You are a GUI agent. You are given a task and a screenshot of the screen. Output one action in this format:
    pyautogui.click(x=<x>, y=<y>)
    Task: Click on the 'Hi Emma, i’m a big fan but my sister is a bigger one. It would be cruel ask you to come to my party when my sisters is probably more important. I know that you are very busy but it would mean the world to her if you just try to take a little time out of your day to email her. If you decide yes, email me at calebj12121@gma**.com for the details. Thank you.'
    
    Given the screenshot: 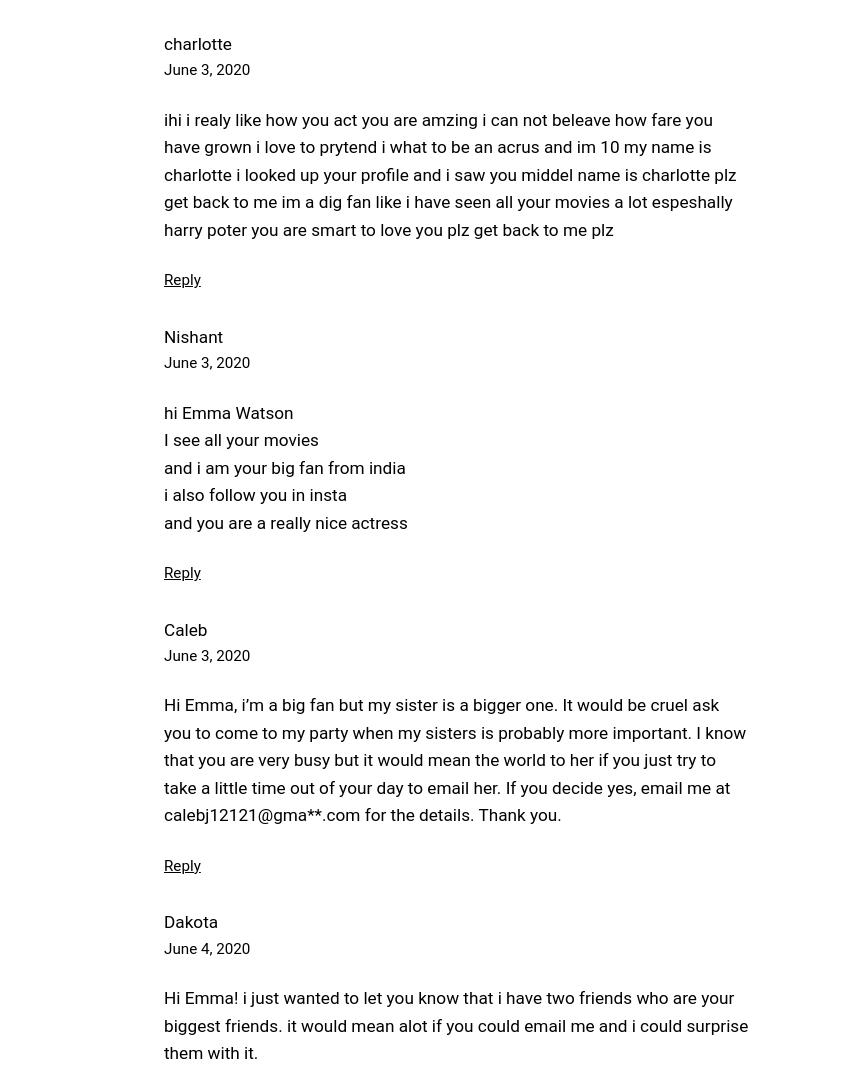 What is the action you would take?
    pyautogui.click(x=454, y=758)
    